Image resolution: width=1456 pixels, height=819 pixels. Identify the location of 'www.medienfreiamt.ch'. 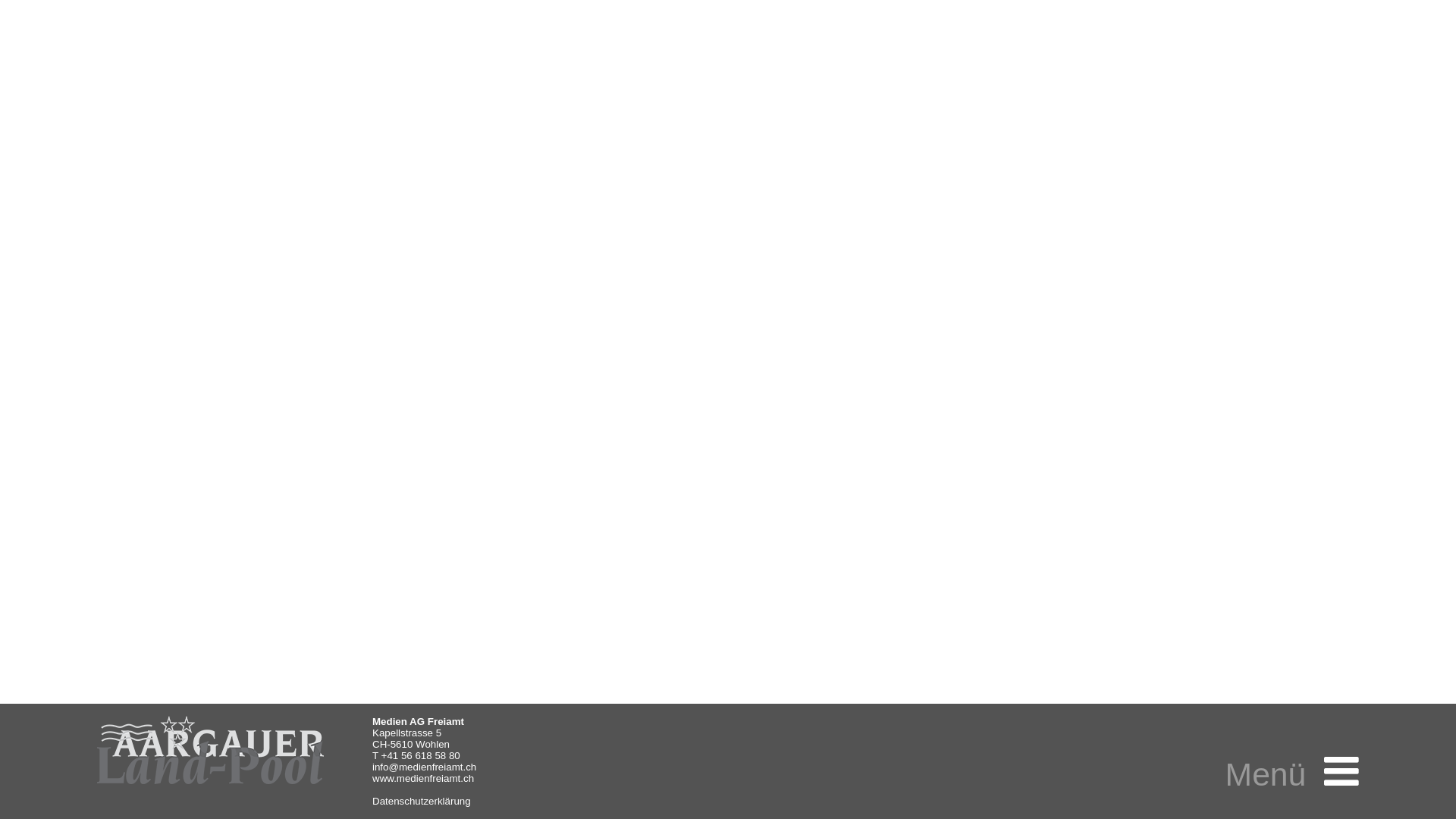
(372, 778).